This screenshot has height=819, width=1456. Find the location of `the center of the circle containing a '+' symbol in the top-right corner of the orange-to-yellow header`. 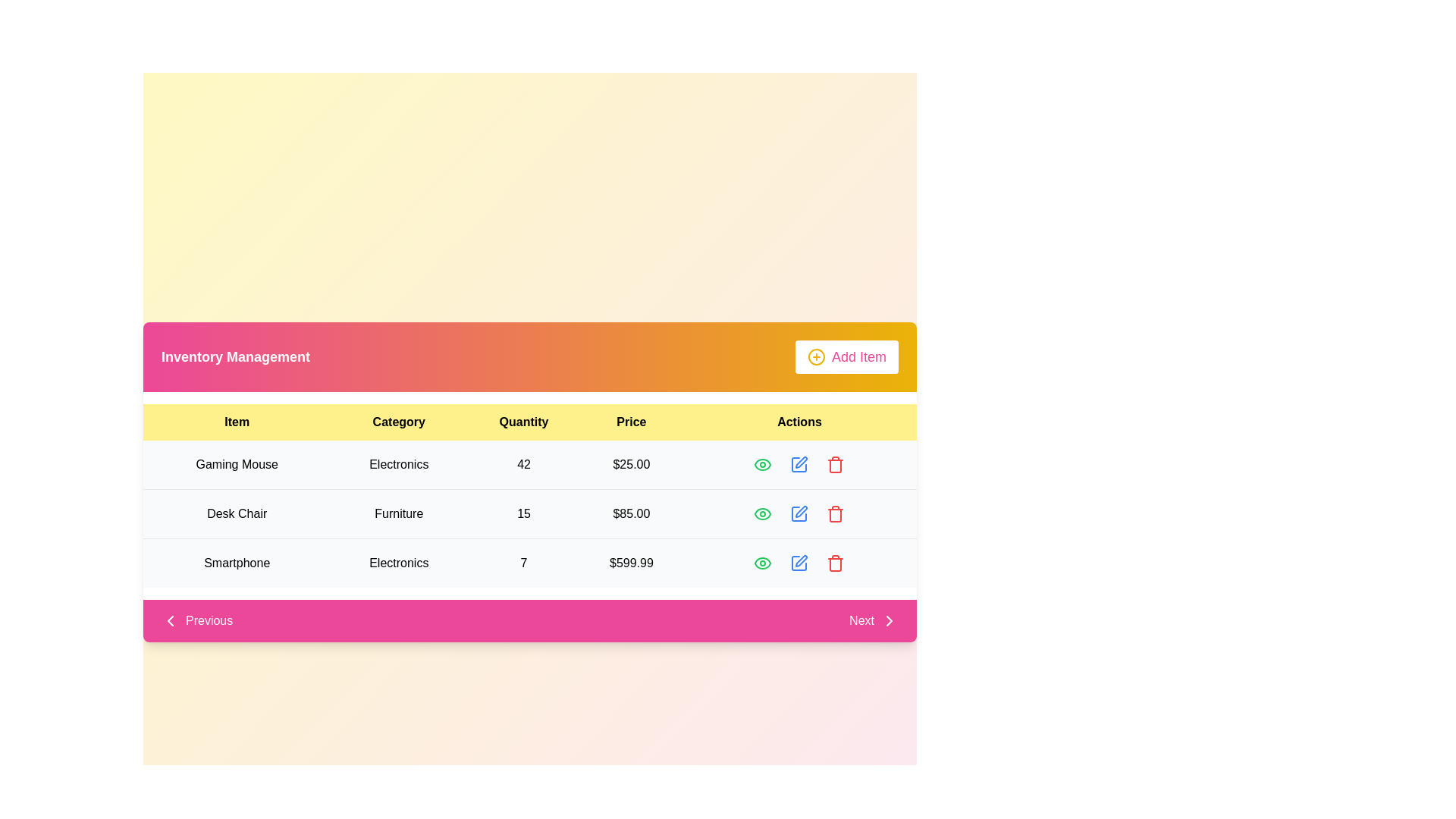

the center of the circle containing a '+' symbol in the top-right corner of the orange-to-yellow header is located at coordinates (815, 356).